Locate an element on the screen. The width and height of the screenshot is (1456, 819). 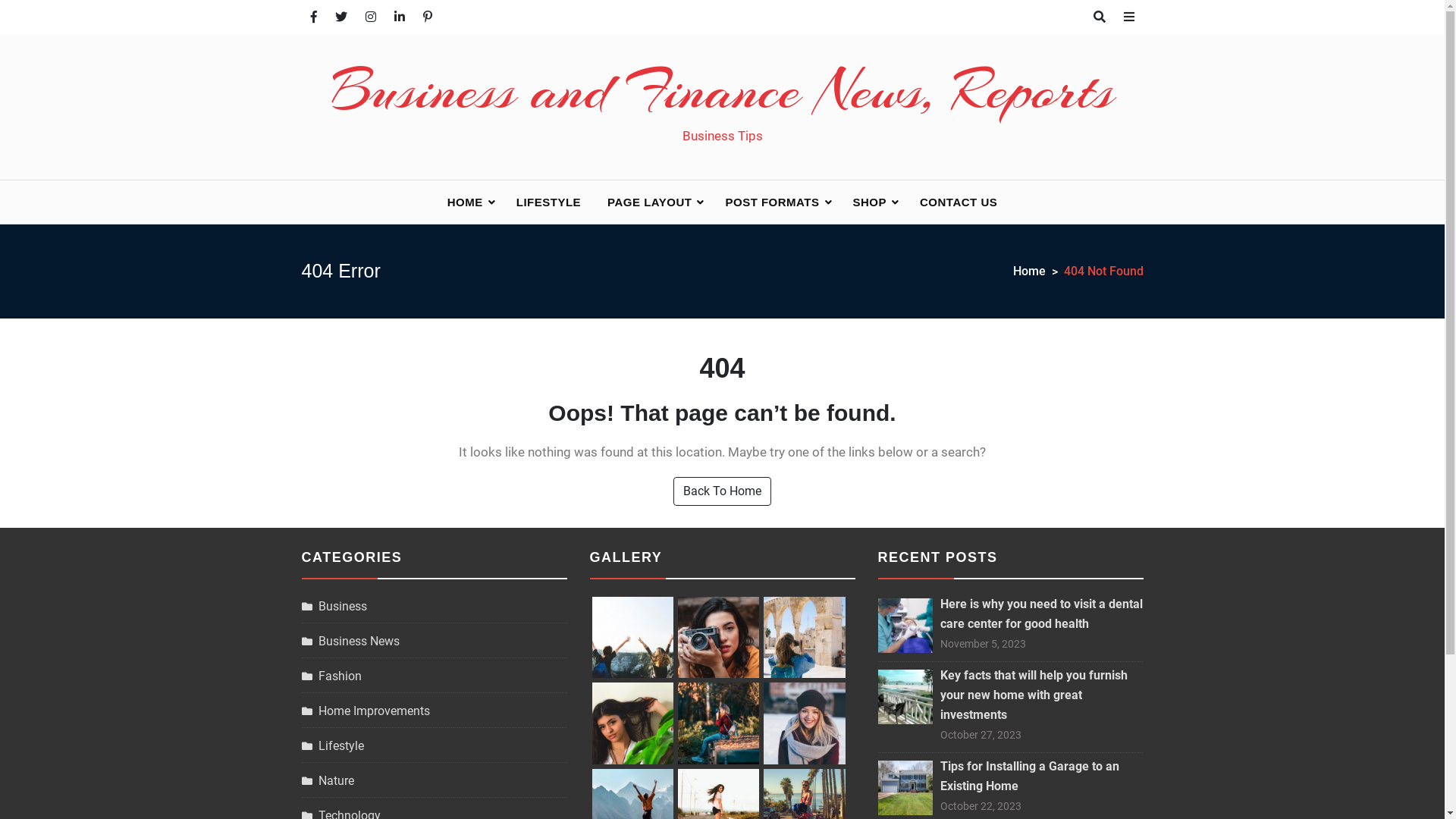
'PAGE LAYOUT' is located at coordinates (652, 201).